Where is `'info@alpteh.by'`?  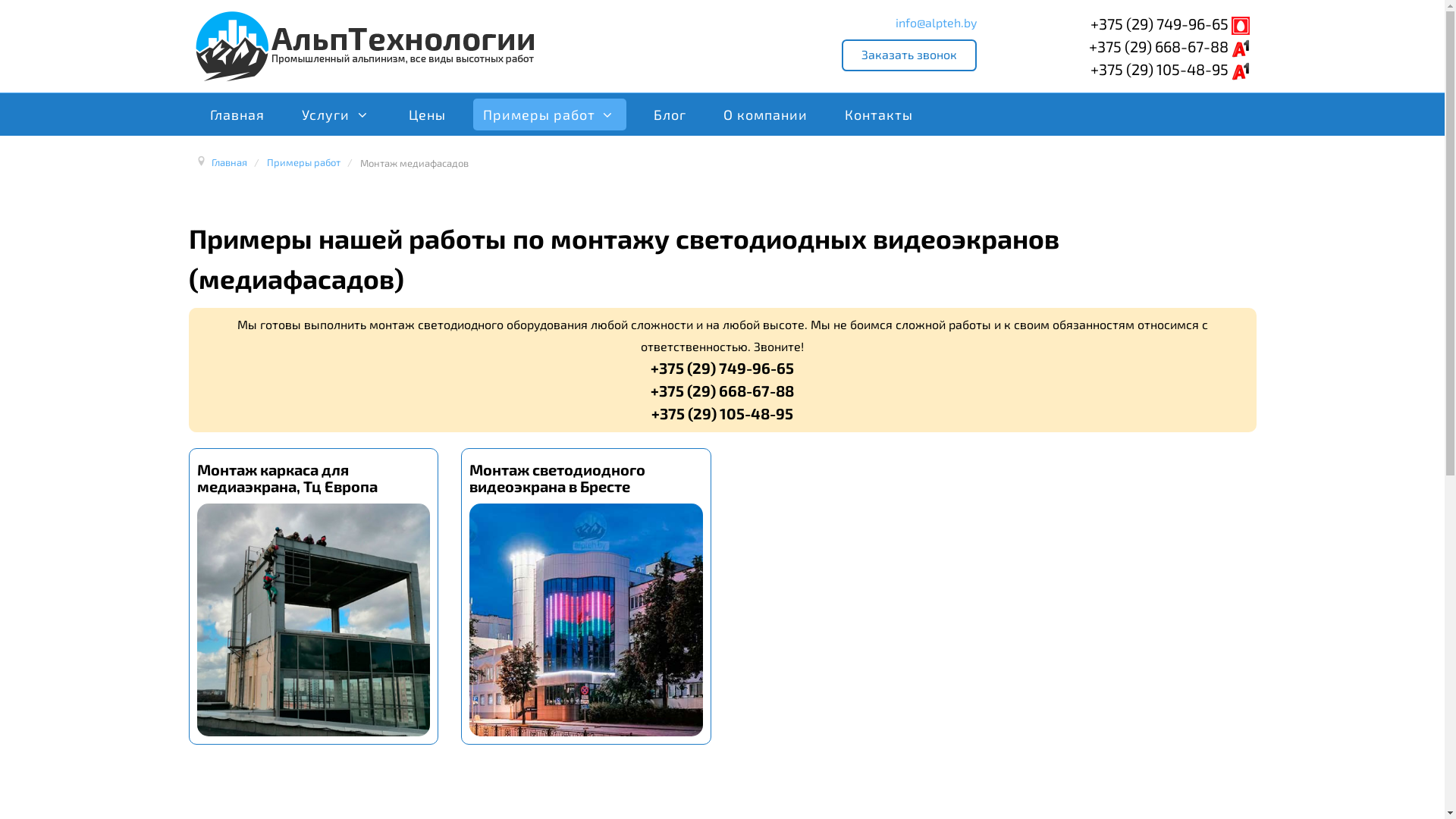
'info@alpteh.by' is located at coordinates (935, 22).